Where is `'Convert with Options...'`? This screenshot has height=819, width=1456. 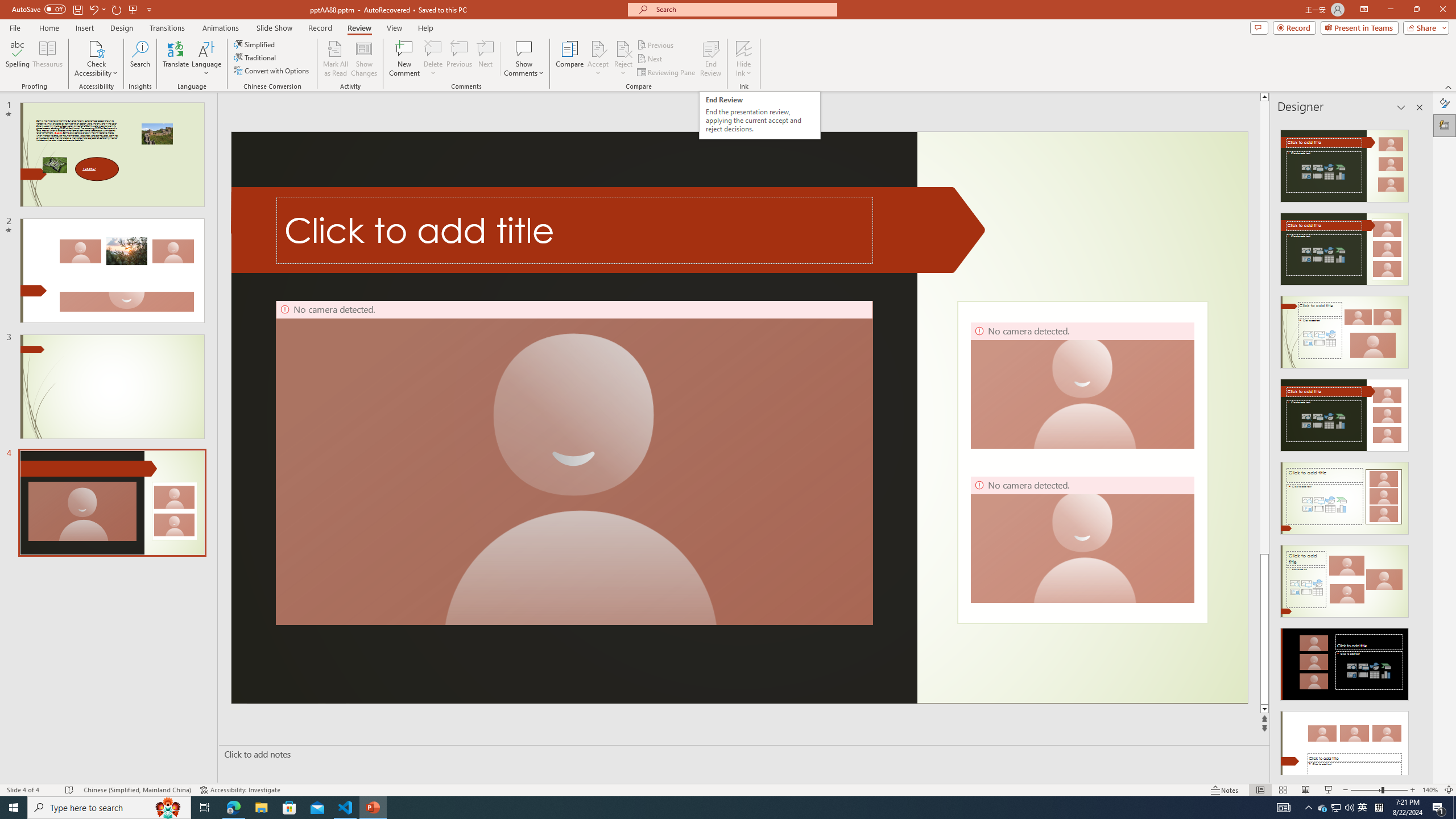 'Convert with Options...' is located at coordinates (271, 69).